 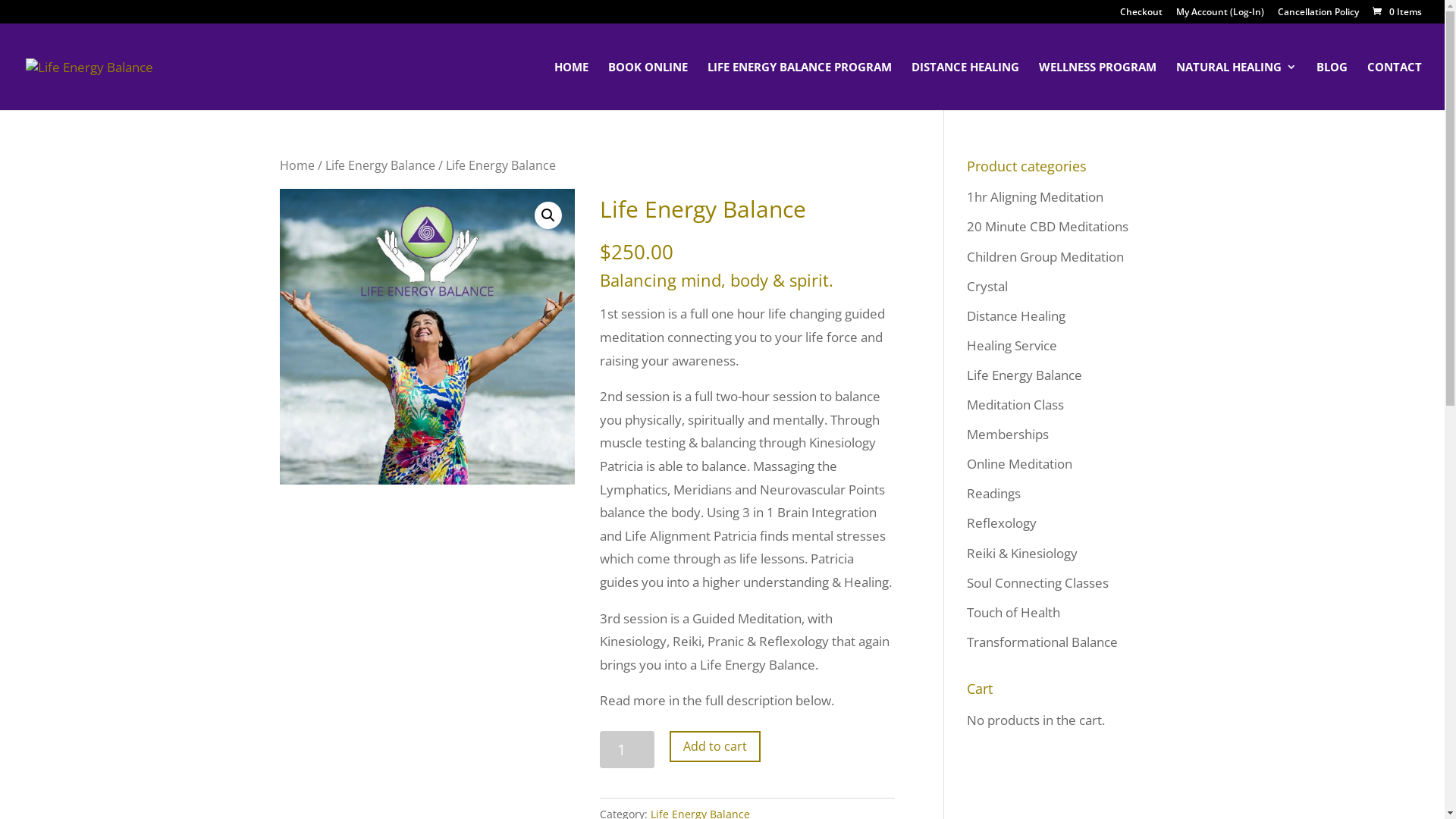 What do you see at coordinates (965, 226) in the screenshot?
I see `'20 Minute CBD Meditations'` at bounding box center [965, 226].